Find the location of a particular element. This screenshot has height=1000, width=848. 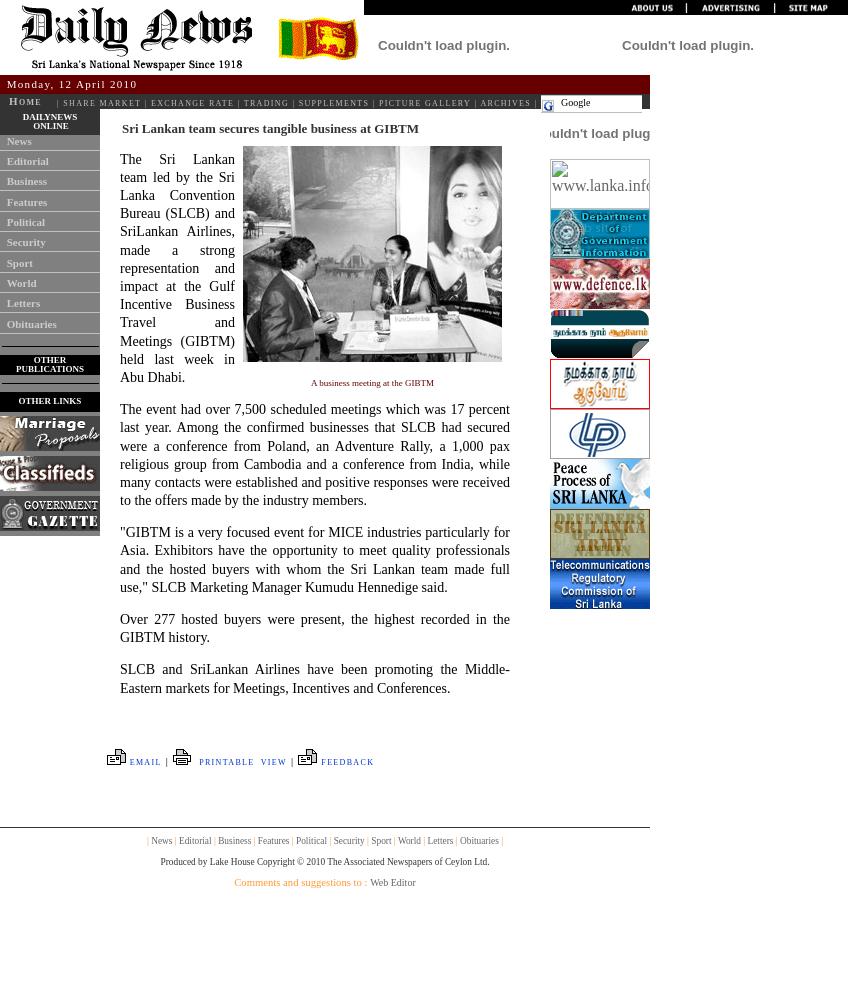

'The event had over 7,500 scheduled meetings which was 17 percent last 
		year. Among the confirmed businesses that SLCB had secured were a 
		conference from Poland, an Adventure Rally, a 1,000 pax religious group 
		from Cambodia and a conference from India, while many contacts were 
		established and positive responses were received to the offers made by 
		the industry members.' is located at coordinates (118, 454).